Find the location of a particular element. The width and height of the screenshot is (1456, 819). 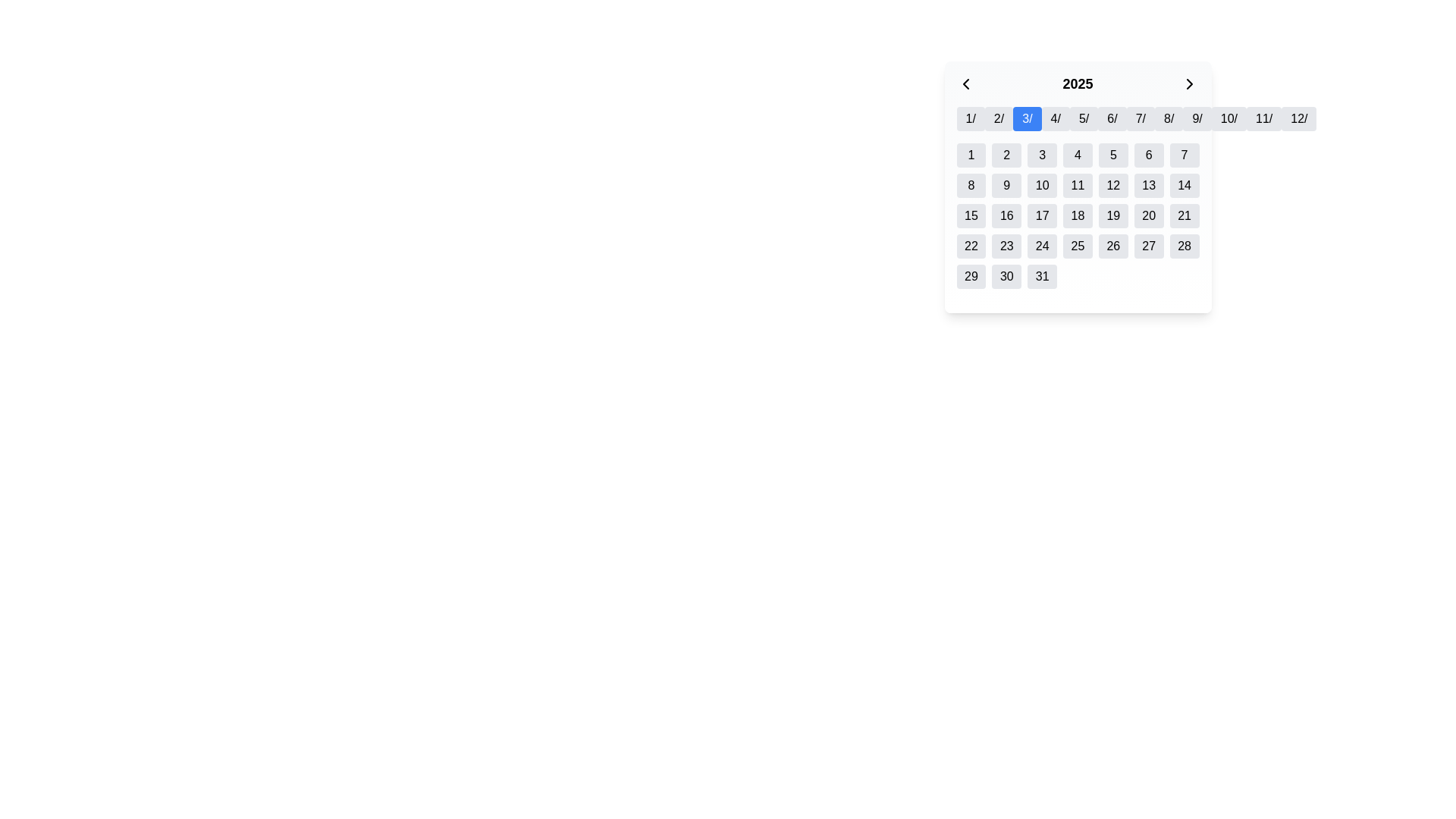

the second button labeled '2/' in the calendar interface for keyboard interaction is located at coordinates (999, 118).